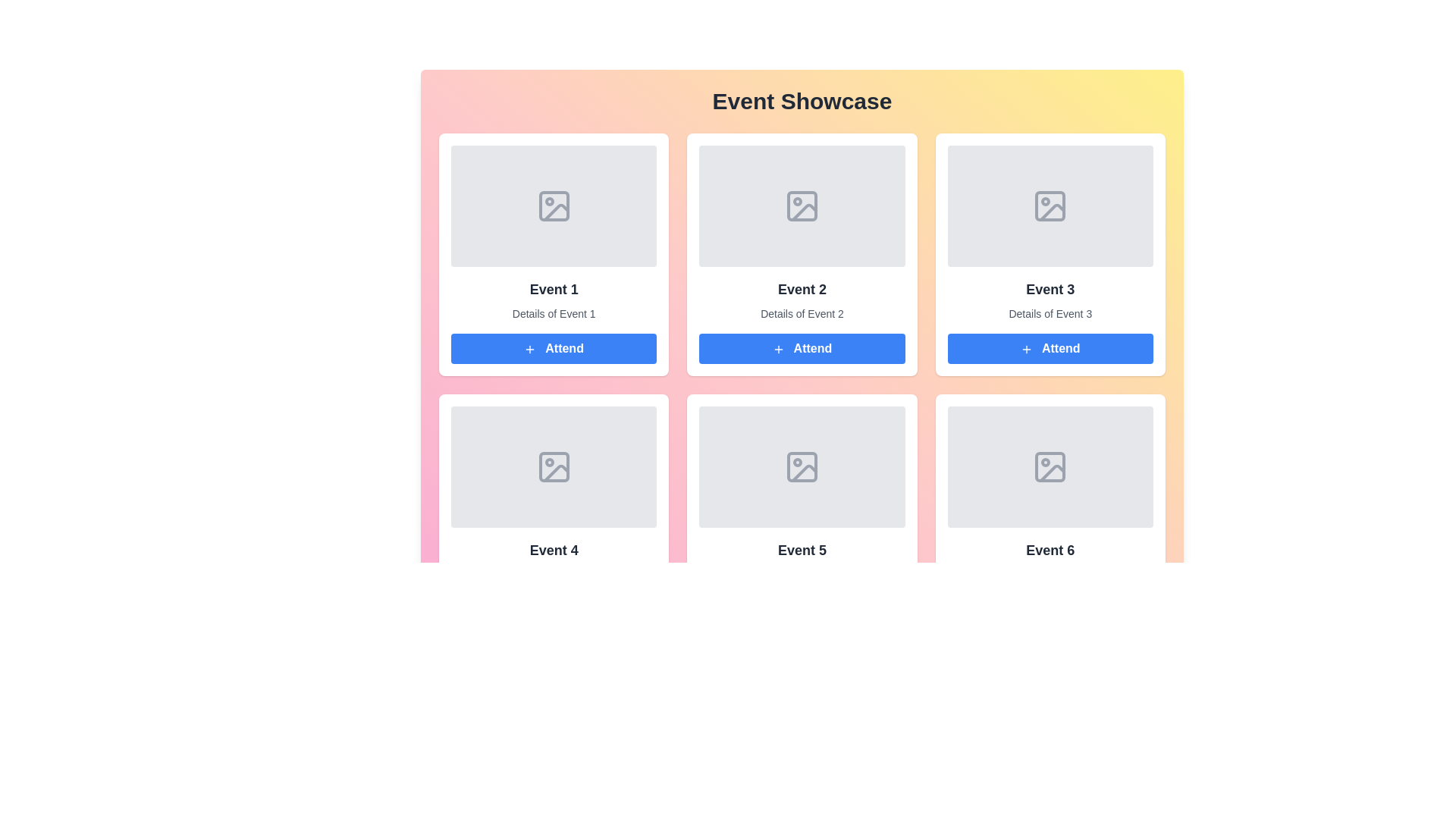 Image resolution: width=1456 pixels, height=819 pixels. Describe the element at coordinates (803, 472) in the screenshot. I see `the line element representing an error state within the placeholder image icon of the 'Event 5' card` at that location.